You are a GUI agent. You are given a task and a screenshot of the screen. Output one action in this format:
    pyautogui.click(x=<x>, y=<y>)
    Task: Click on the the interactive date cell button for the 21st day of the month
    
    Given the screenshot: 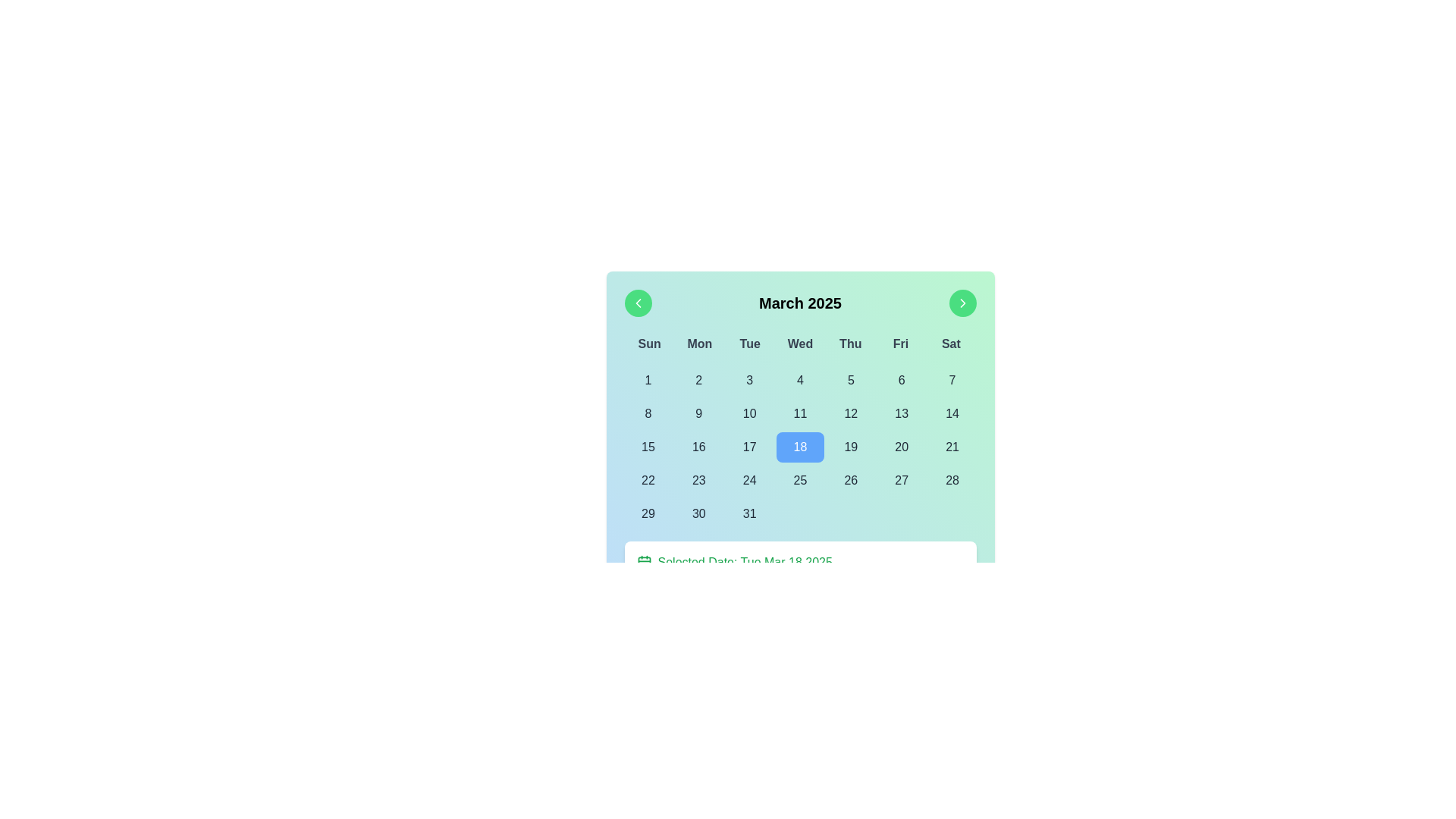 What is the action you would take?
    pyautogui.click(x=952, y=447)
    